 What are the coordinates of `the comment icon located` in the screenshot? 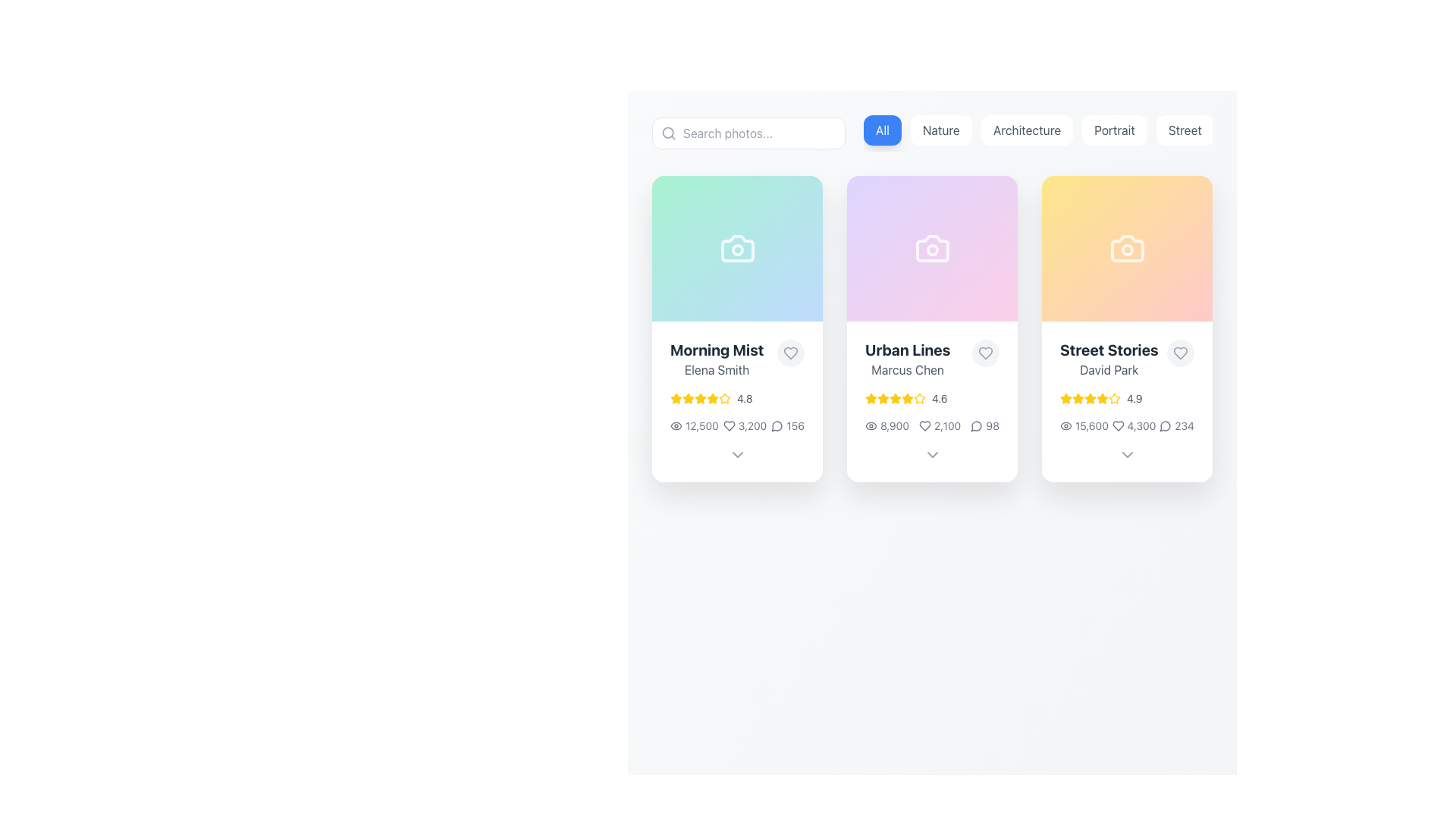 It's located at (1164, 426).